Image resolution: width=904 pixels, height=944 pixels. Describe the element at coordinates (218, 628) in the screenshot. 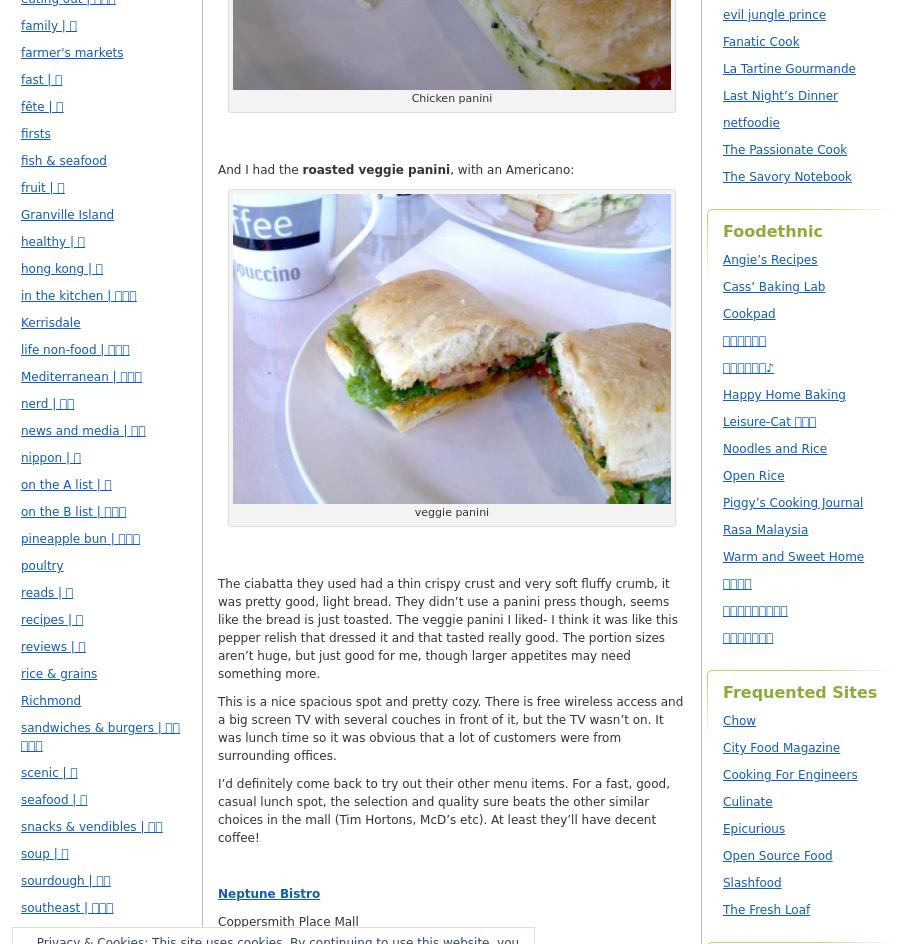

I see `'The ciabatta they used had a thin crispy crust and very soft fluffy crumb, it was pretty good, light bread. They didn’t use a panini press though, seems like the bread is just toasted. The veggie panini I liked- I think it was like this pepper relish that dressed it and that tasted really good. The portion sizes aren’t huge, but just good for me, though larger appetites may need something more.'` at that location.